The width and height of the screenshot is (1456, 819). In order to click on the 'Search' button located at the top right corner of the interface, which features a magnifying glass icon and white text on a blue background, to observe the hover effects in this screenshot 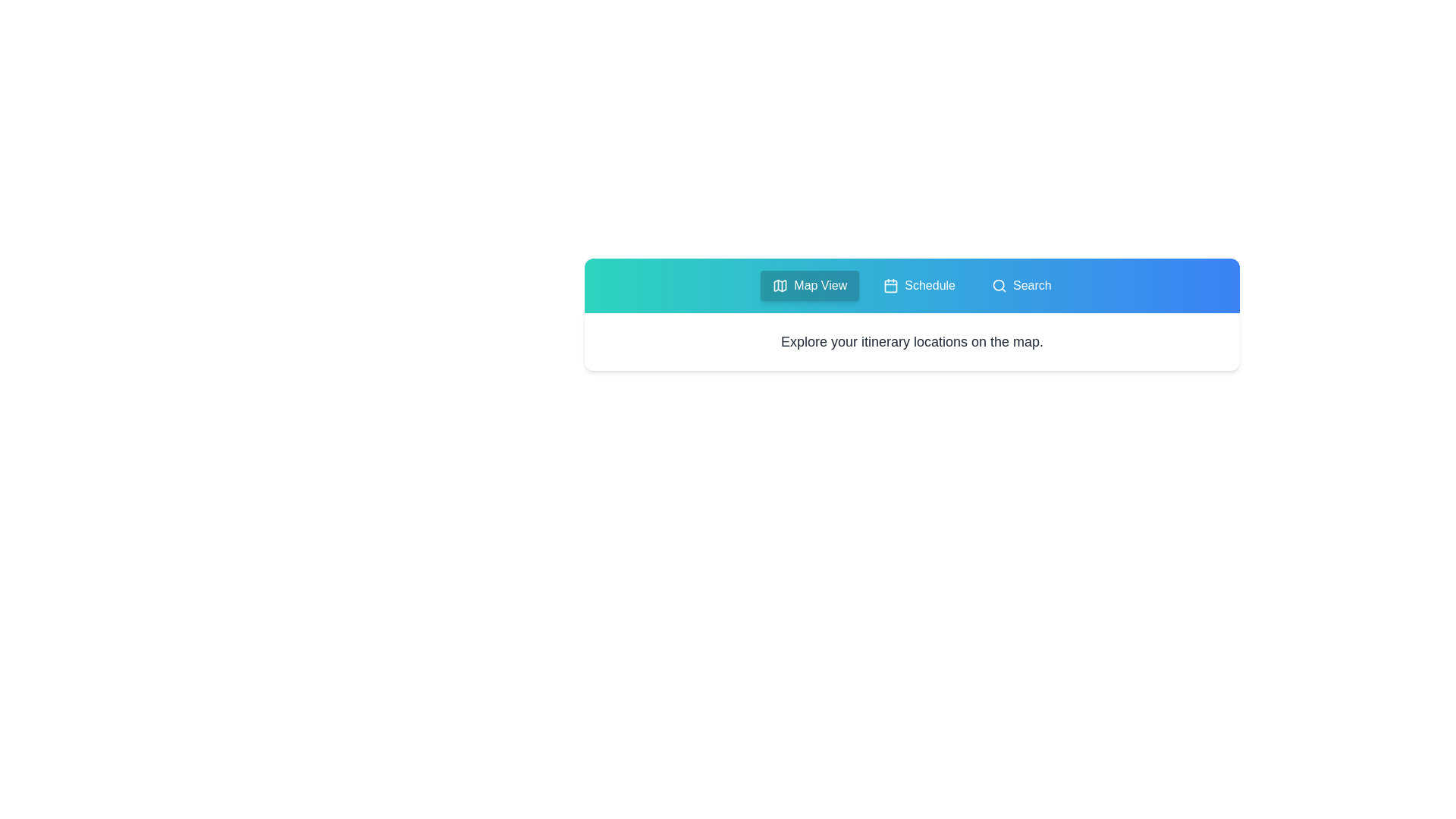, I will do `click(1021, 286)`.